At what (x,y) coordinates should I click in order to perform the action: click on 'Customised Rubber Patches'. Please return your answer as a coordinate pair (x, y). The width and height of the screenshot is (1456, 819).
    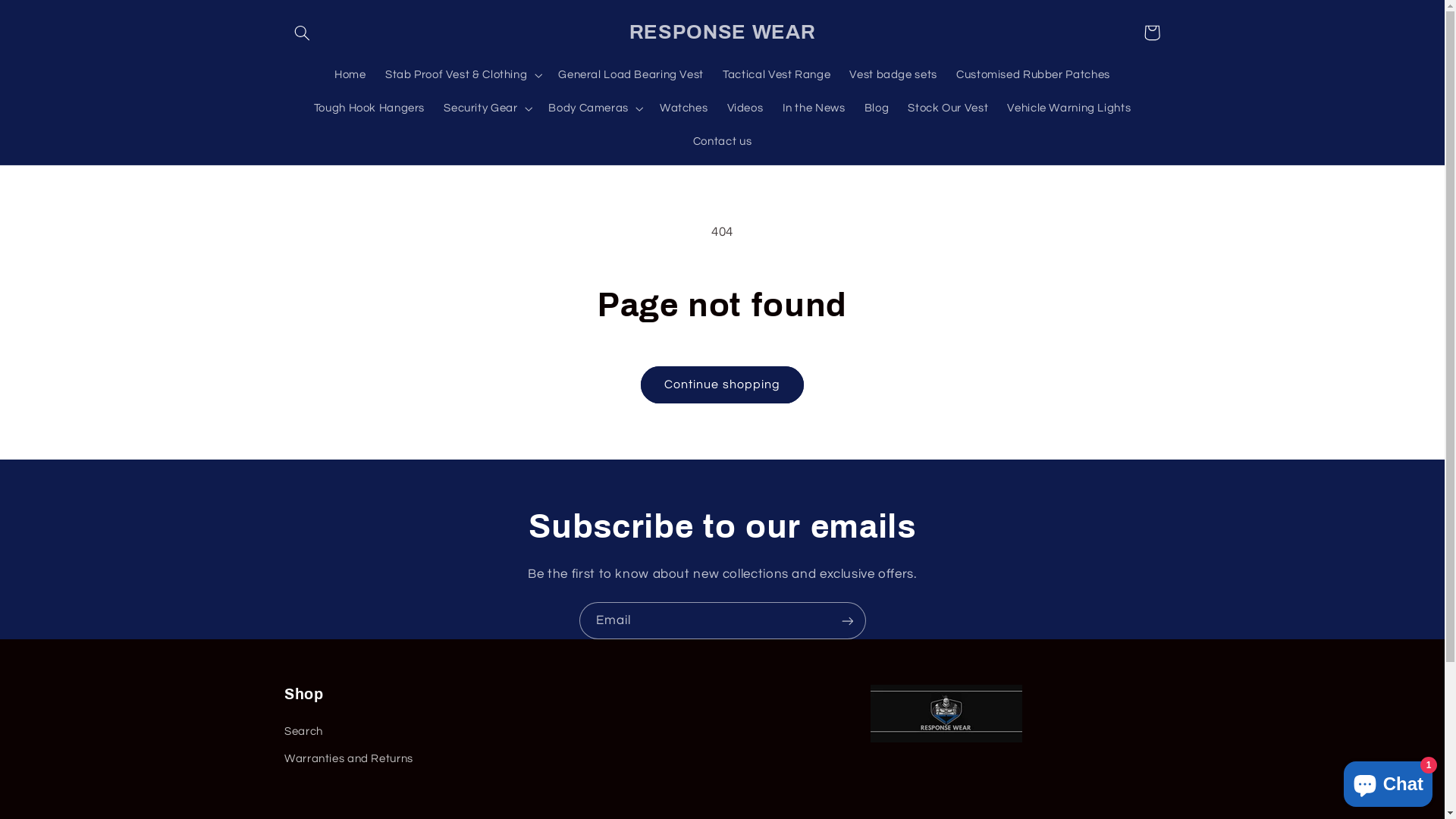
    Looking at the image, I should click on (946, 75).